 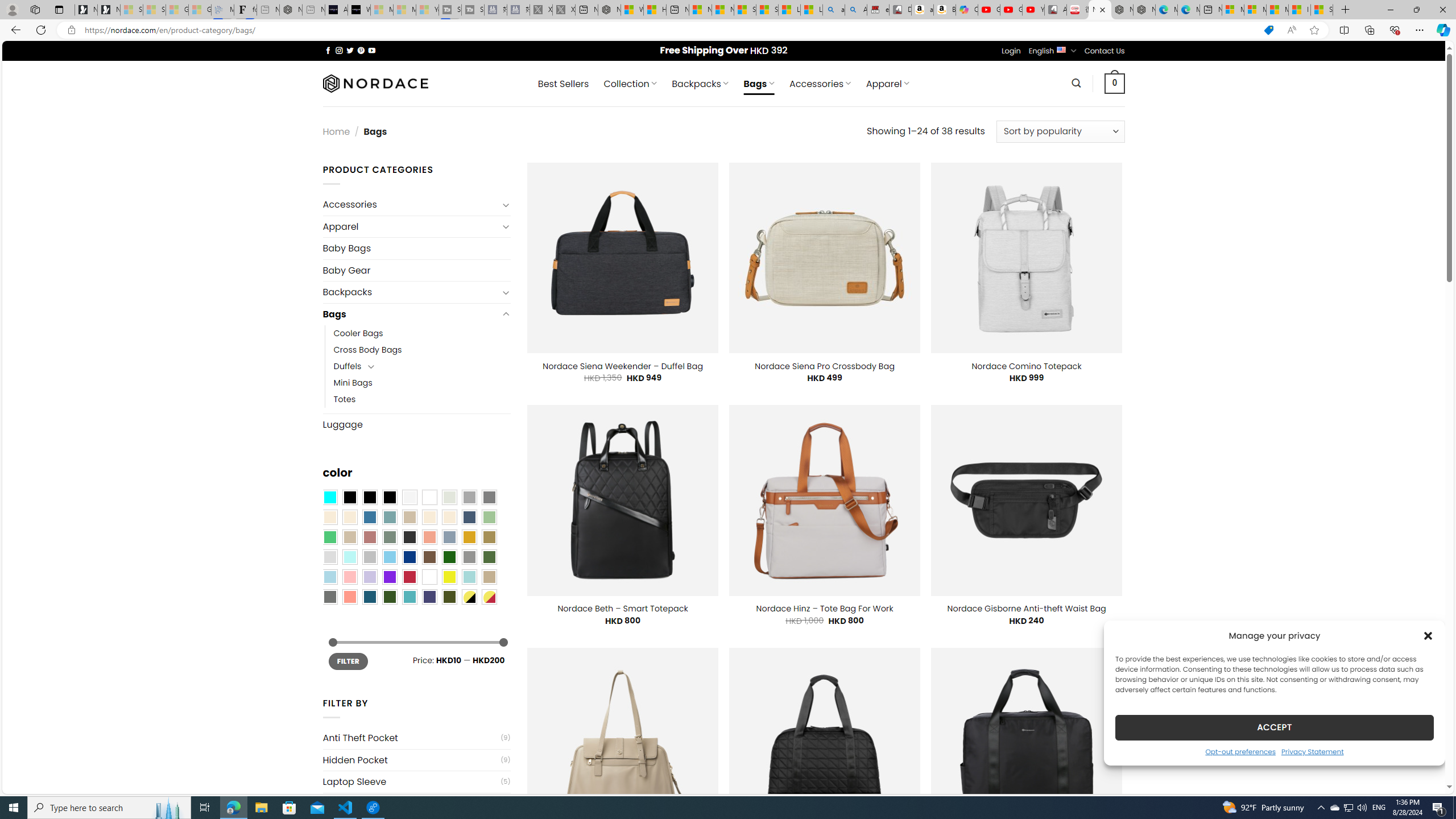 I want to click on 'Login', so click(x=1011, y=50).